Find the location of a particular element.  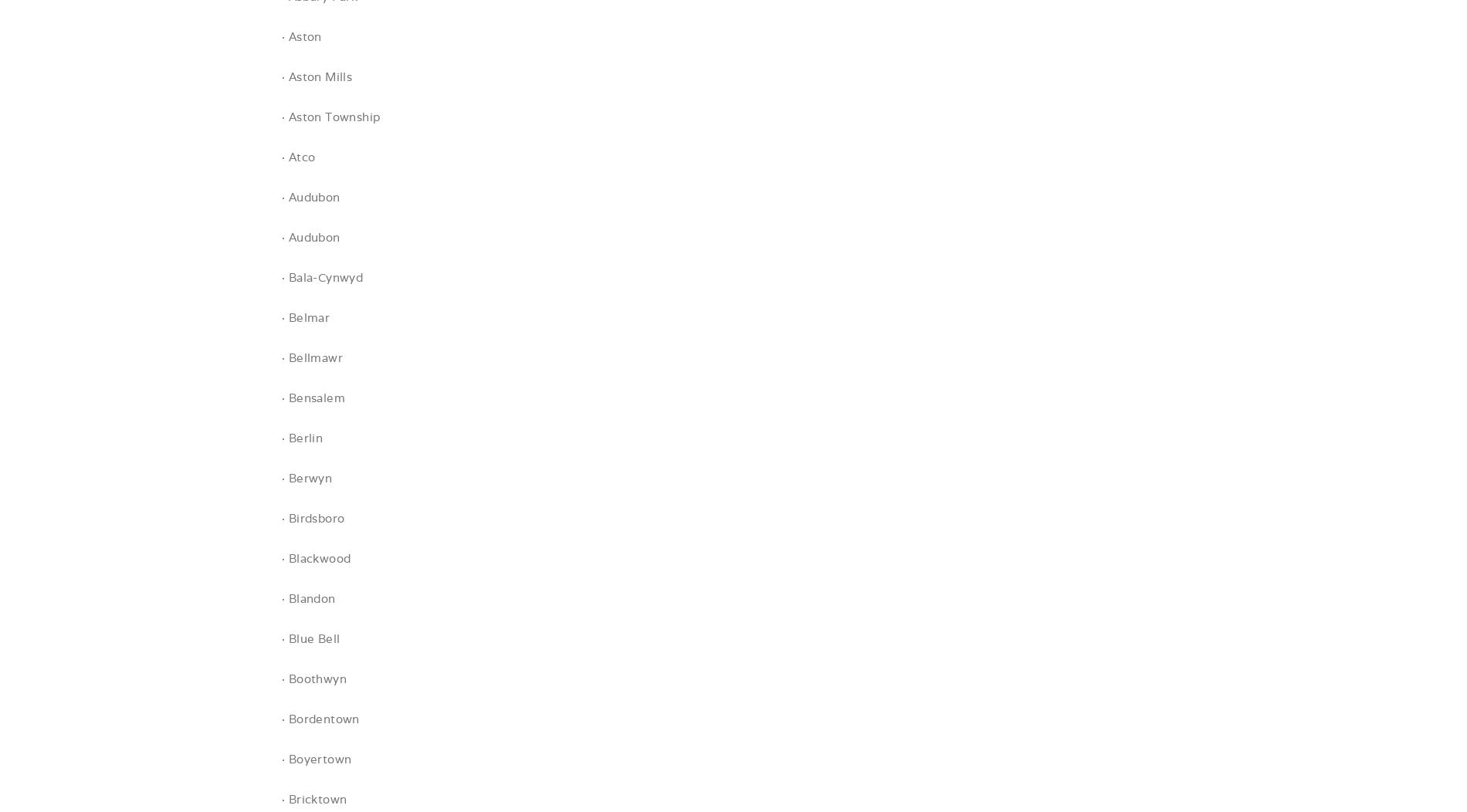

'· Aston Mills' is located at coordinates (316, 76).